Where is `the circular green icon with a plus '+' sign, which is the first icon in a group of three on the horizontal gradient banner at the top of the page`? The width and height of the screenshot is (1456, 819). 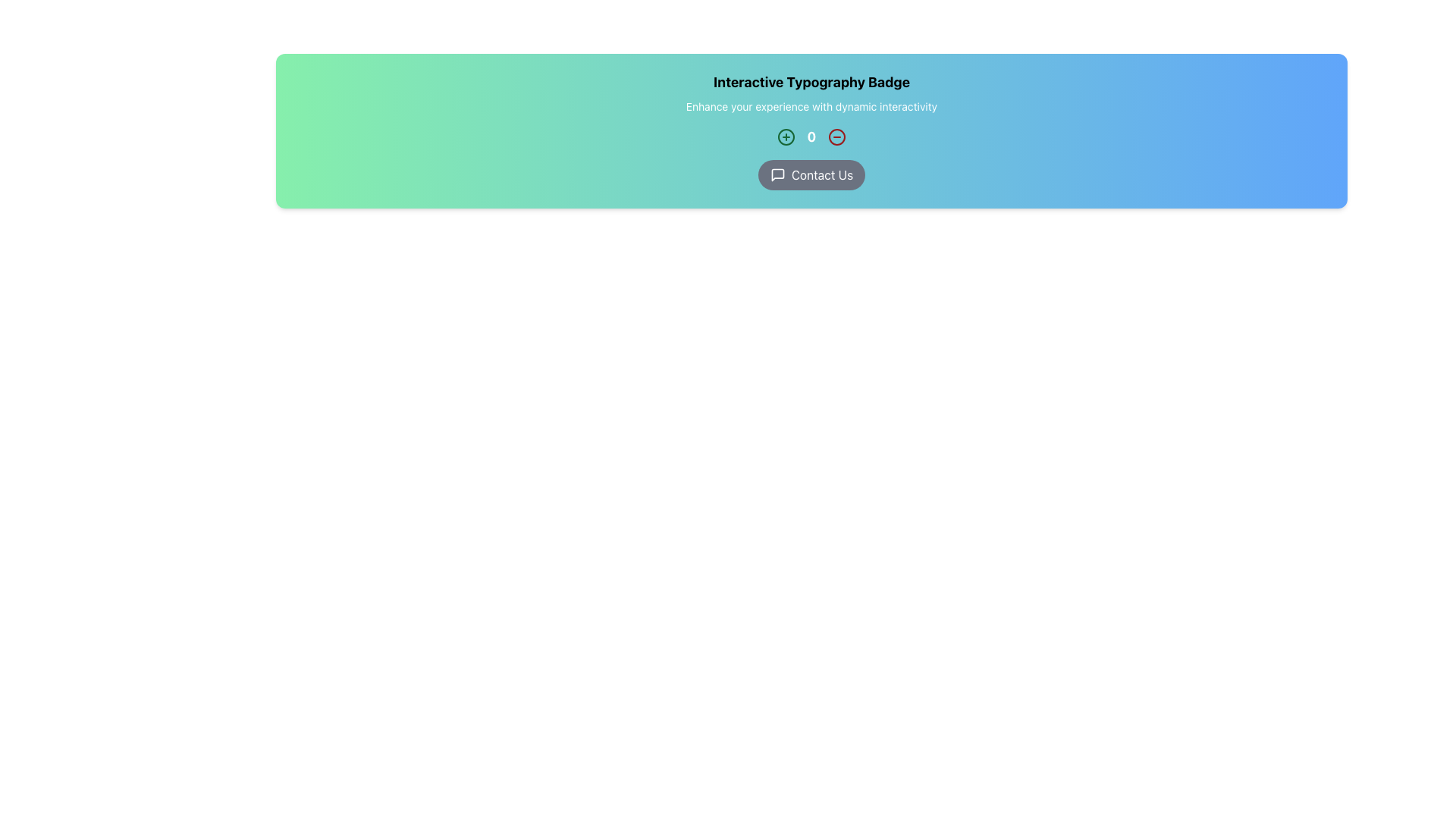
the circular green icon with a plus '+' sign, which is the first icon in a group of three on the horizontal gradient banner at the top of the page is located at coordinates (786, 137).